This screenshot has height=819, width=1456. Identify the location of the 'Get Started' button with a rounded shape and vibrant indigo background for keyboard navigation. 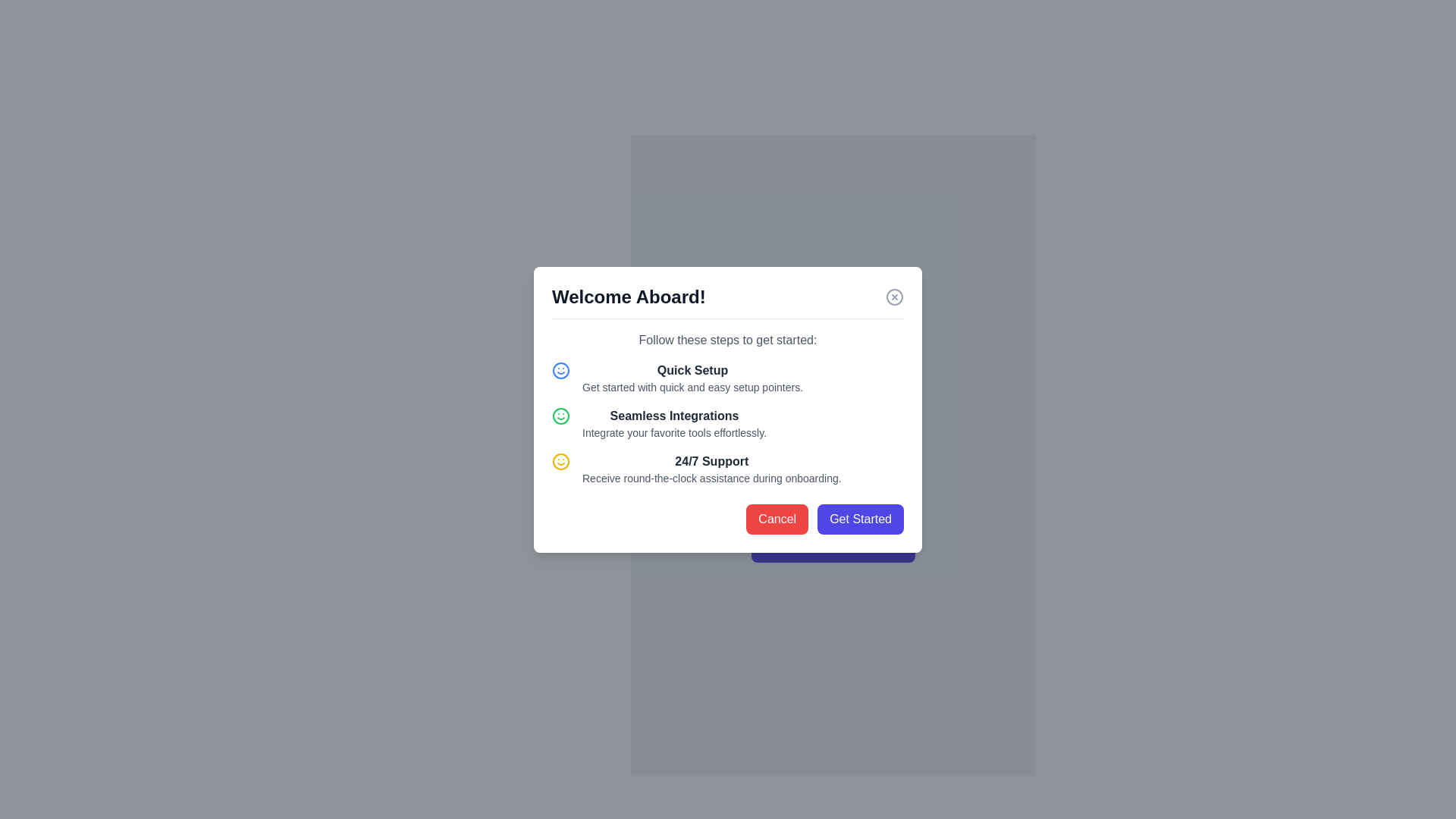
(861, 518).